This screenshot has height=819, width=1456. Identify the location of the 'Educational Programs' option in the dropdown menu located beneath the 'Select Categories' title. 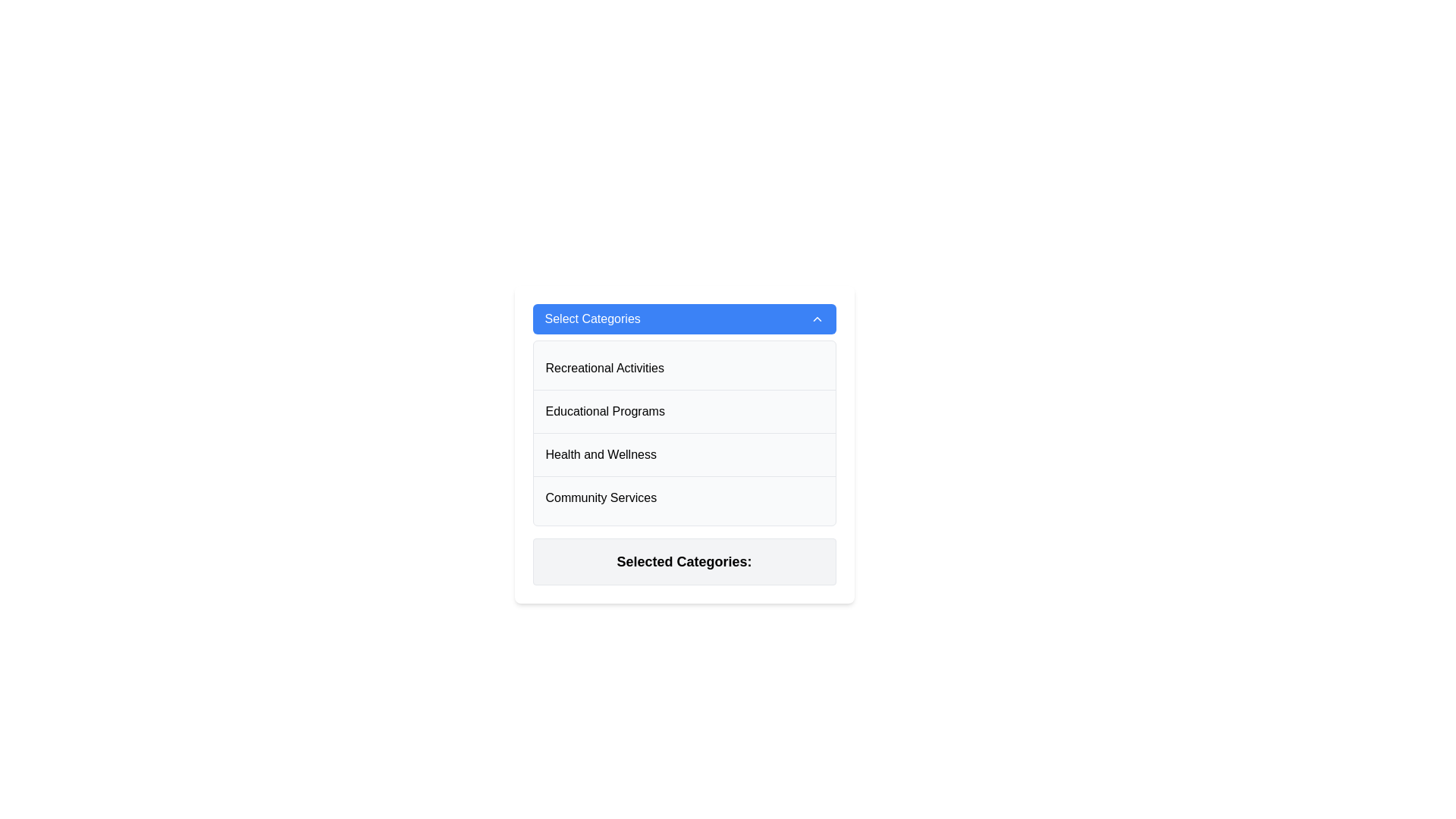
(604, 412).